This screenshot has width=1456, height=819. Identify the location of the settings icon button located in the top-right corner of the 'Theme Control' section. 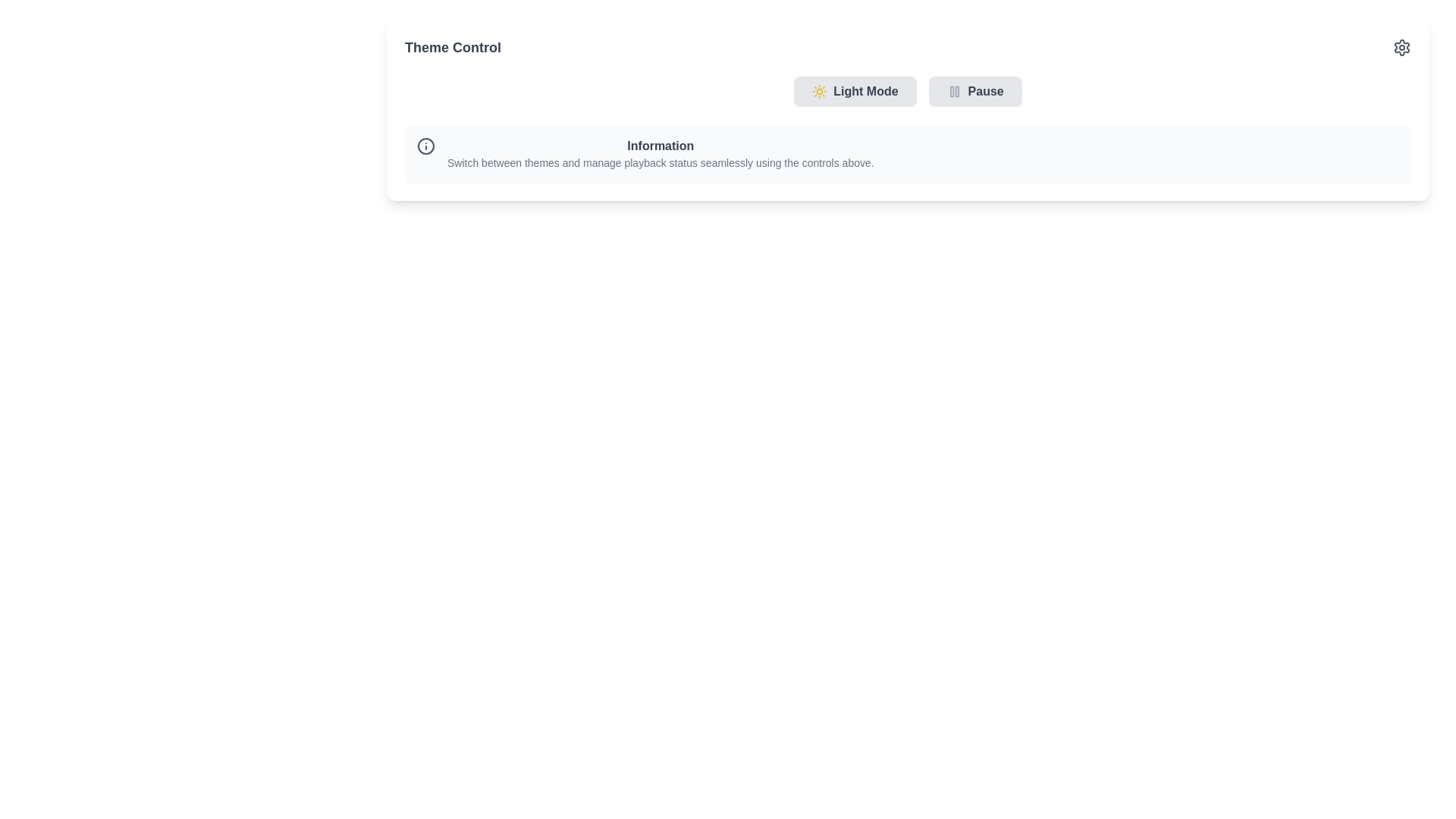
(1401, 46).